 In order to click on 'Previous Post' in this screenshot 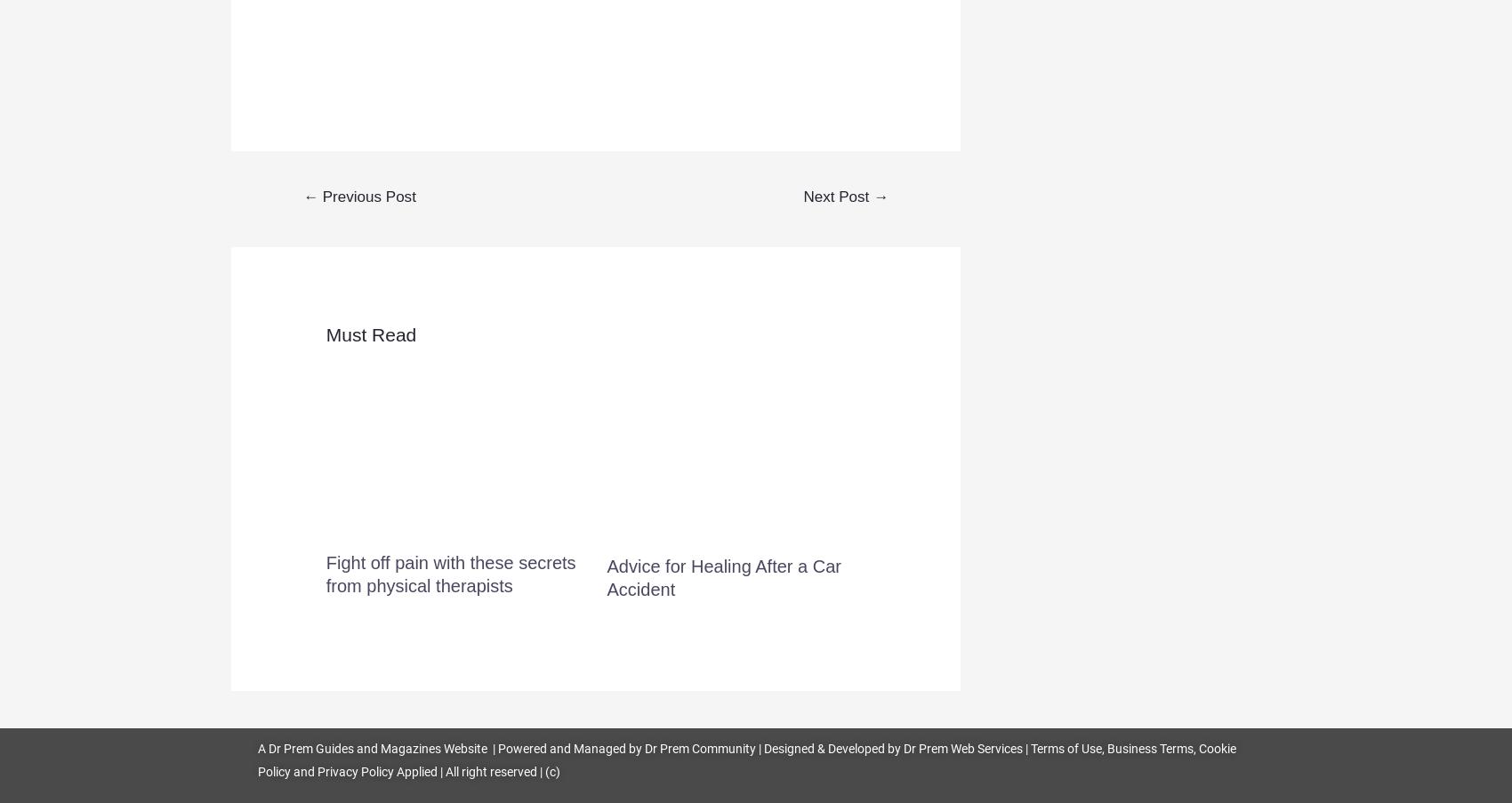, I will do `click(366, 196)`.